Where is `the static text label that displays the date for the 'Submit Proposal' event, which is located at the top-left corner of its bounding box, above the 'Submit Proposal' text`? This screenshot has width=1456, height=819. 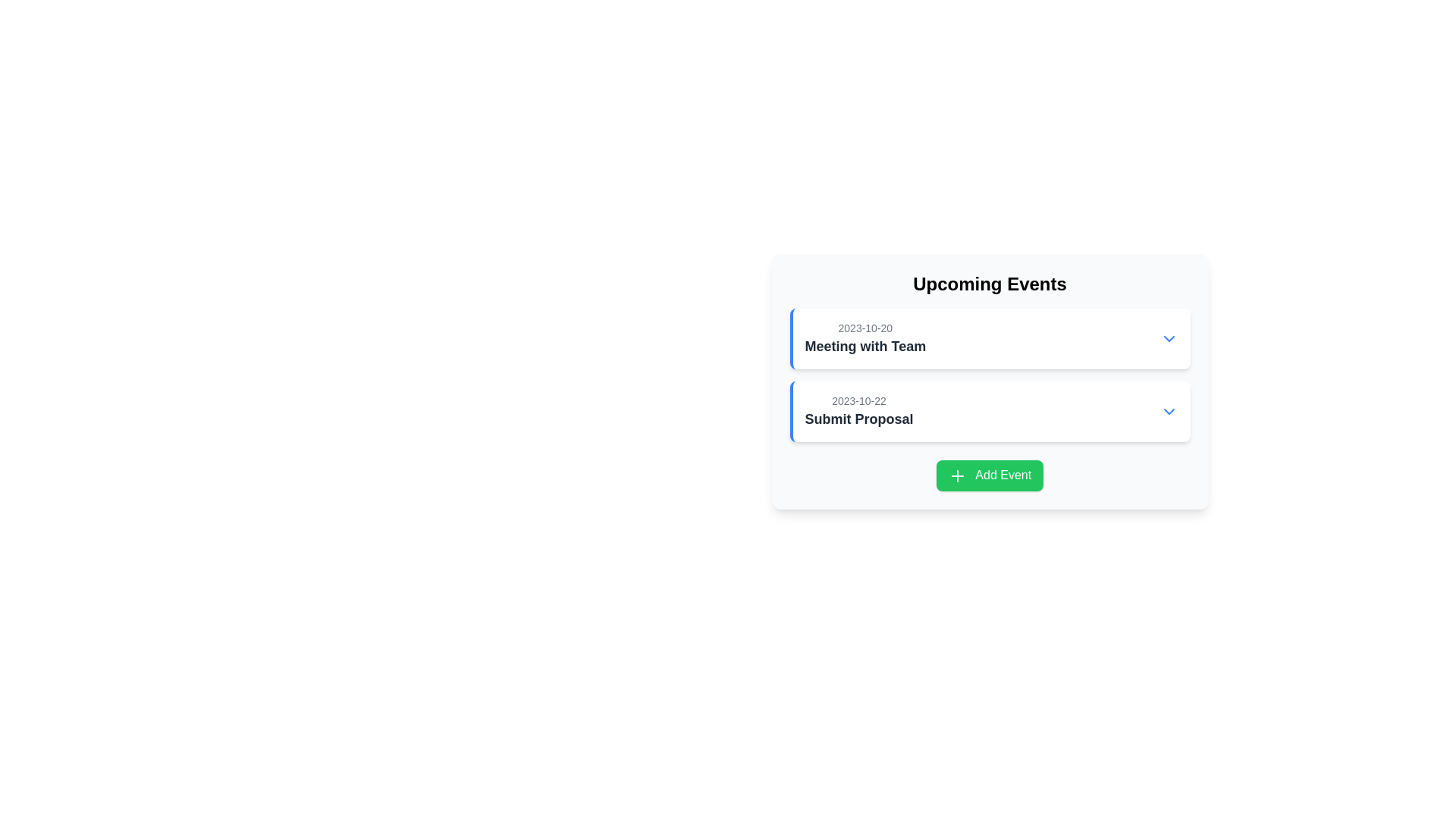
the static text label that displays the date for the 'Submit Proposal' event, which is located at the top-left corner of its bounding box, above the 'Submit Proposal' text is located at coordinates (858, 400).